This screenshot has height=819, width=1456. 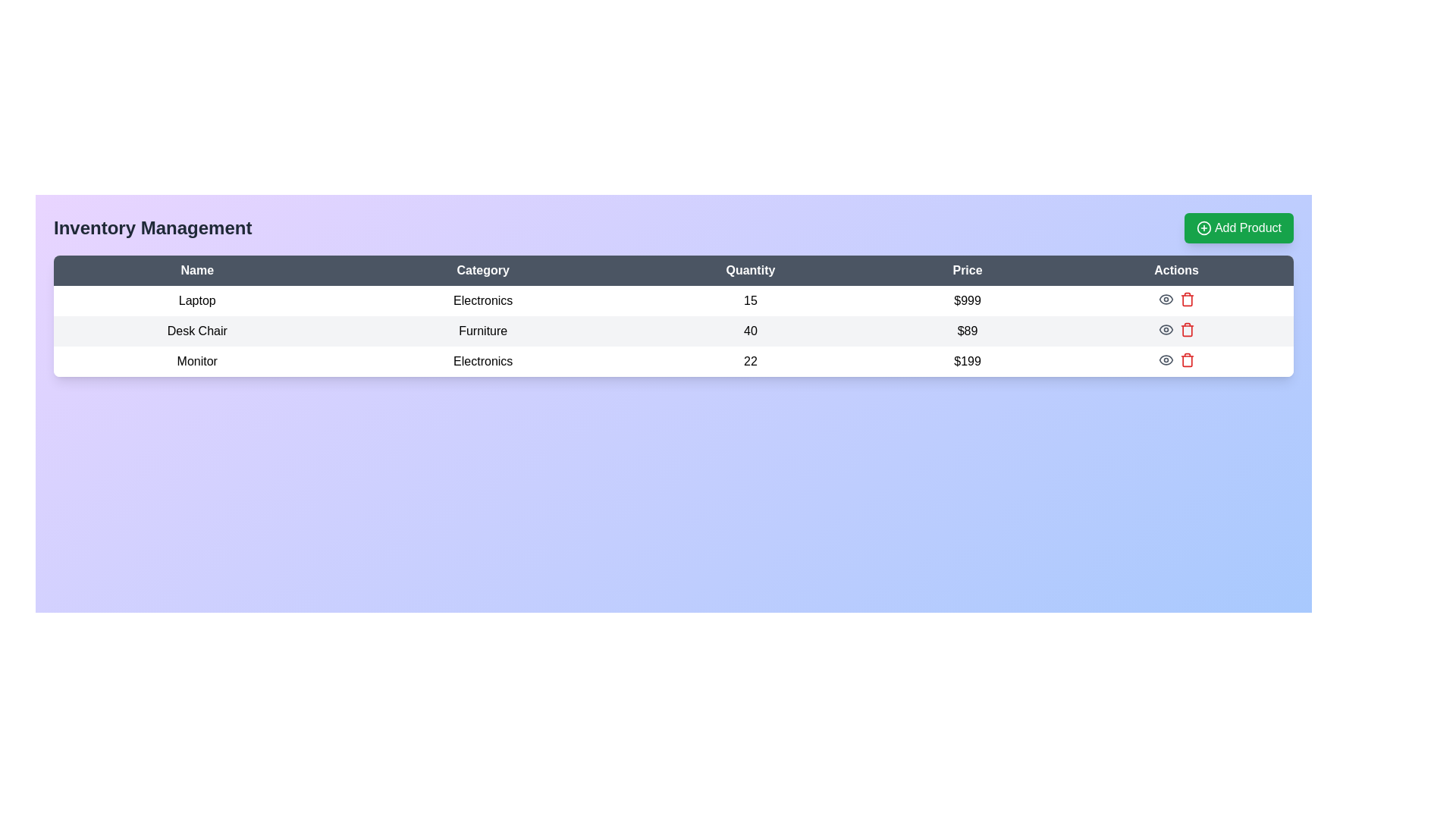 I want to click on the table cell containing the text 'Furniture', which is the second cell in the row that starts with 'Desk Chair', so click(x=482, y=330).